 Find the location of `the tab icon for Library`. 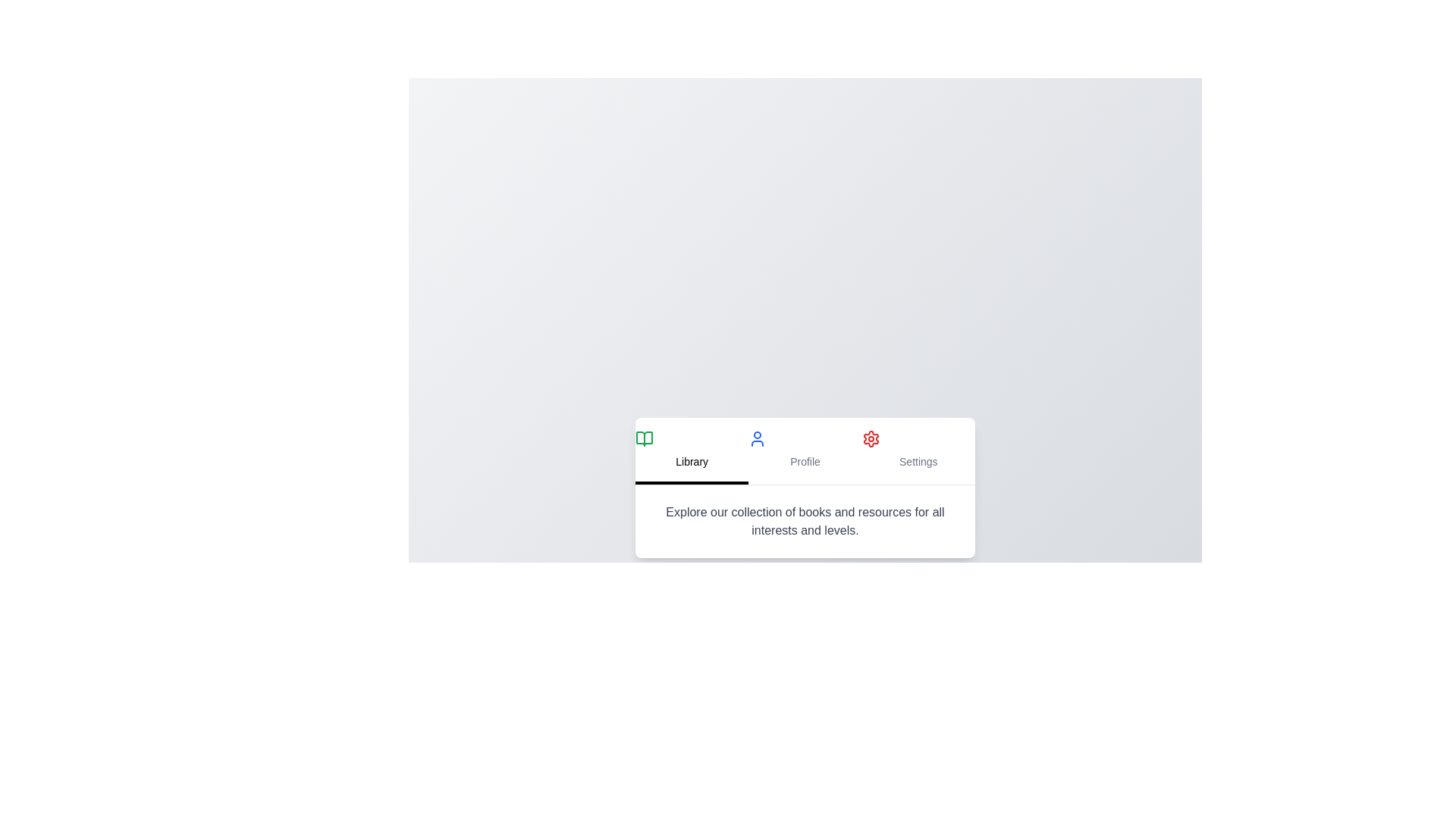

the tab icon for Library is located at coordinates (644, 438).